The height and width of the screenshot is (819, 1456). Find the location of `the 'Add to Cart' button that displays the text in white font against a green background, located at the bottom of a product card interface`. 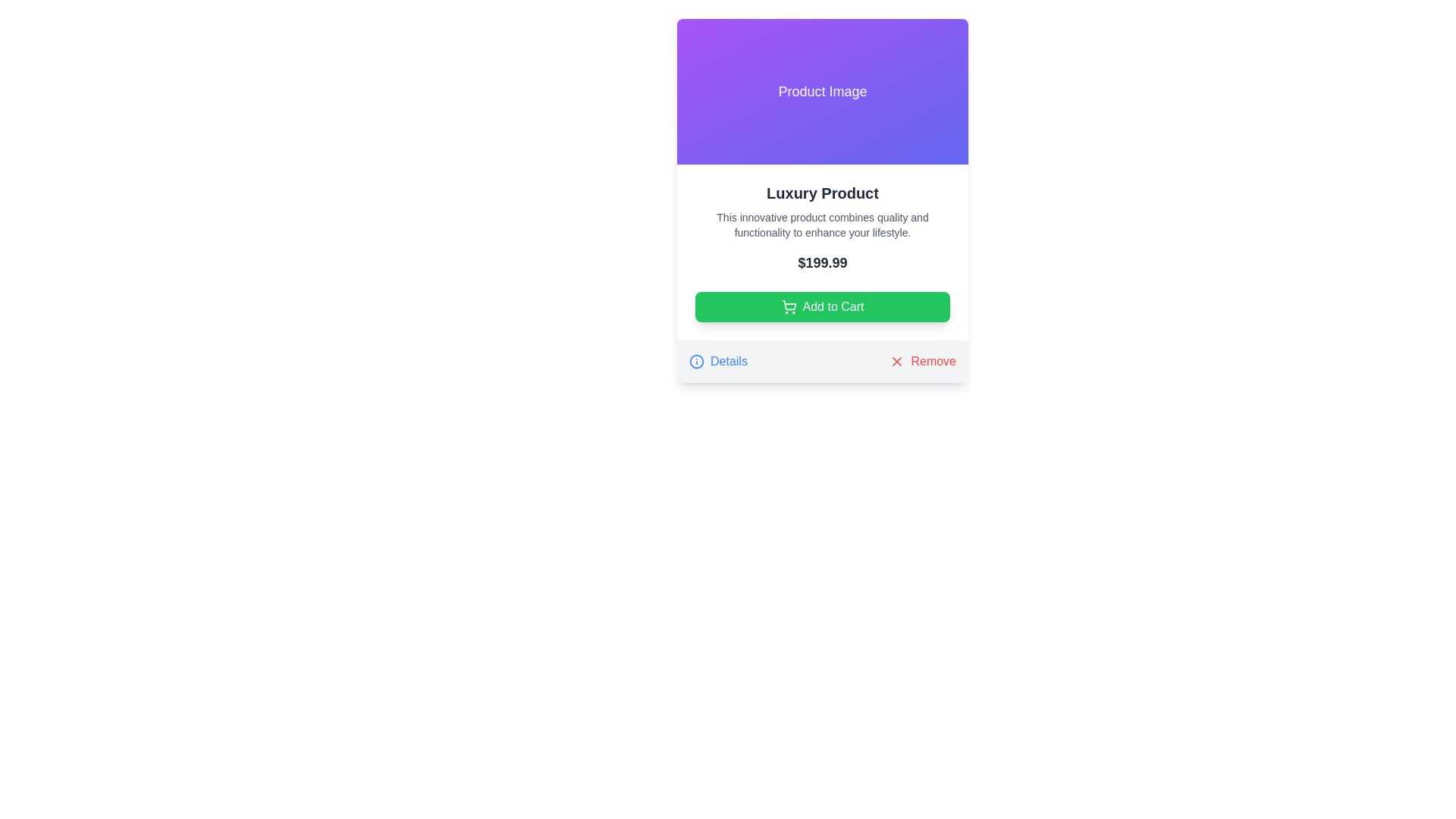

the 'Add to Cart' button that displays the text in white font against a green background, located at the bottom of a product card interface is located at coordinates (833, 307).